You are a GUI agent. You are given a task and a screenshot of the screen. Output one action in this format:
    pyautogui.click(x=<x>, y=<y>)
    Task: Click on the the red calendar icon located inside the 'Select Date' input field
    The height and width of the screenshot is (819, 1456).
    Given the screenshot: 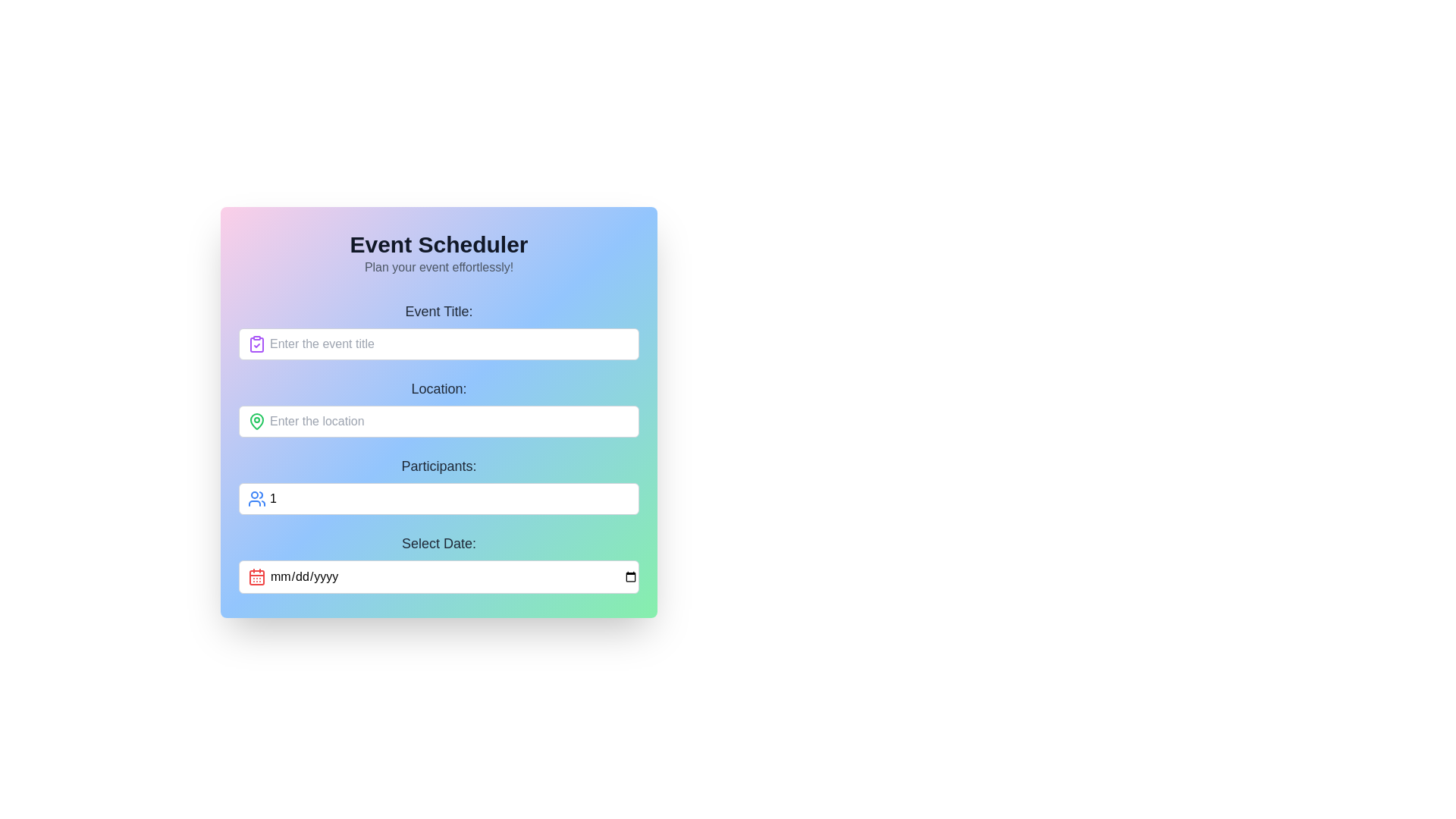 What is the action you would take?
    pyautogui.click(x=257, y=576)
    